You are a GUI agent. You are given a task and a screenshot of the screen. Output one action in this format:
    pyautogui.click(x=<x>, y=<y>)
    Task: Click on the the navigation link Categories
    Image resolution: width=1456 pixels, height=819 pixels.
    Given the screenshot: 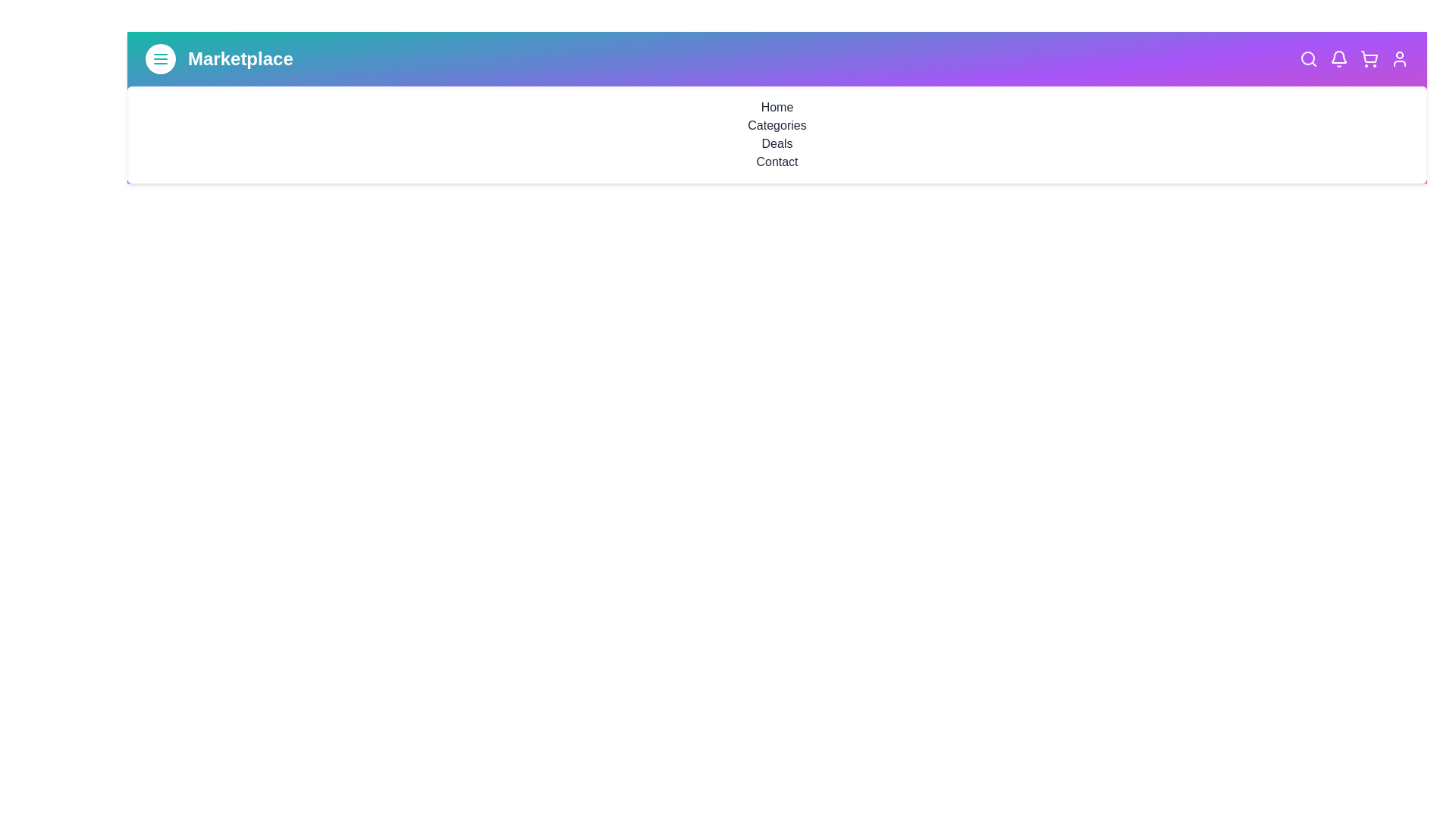 What is the action you would take?
    pyautogui.click(x=777, y=124)
    